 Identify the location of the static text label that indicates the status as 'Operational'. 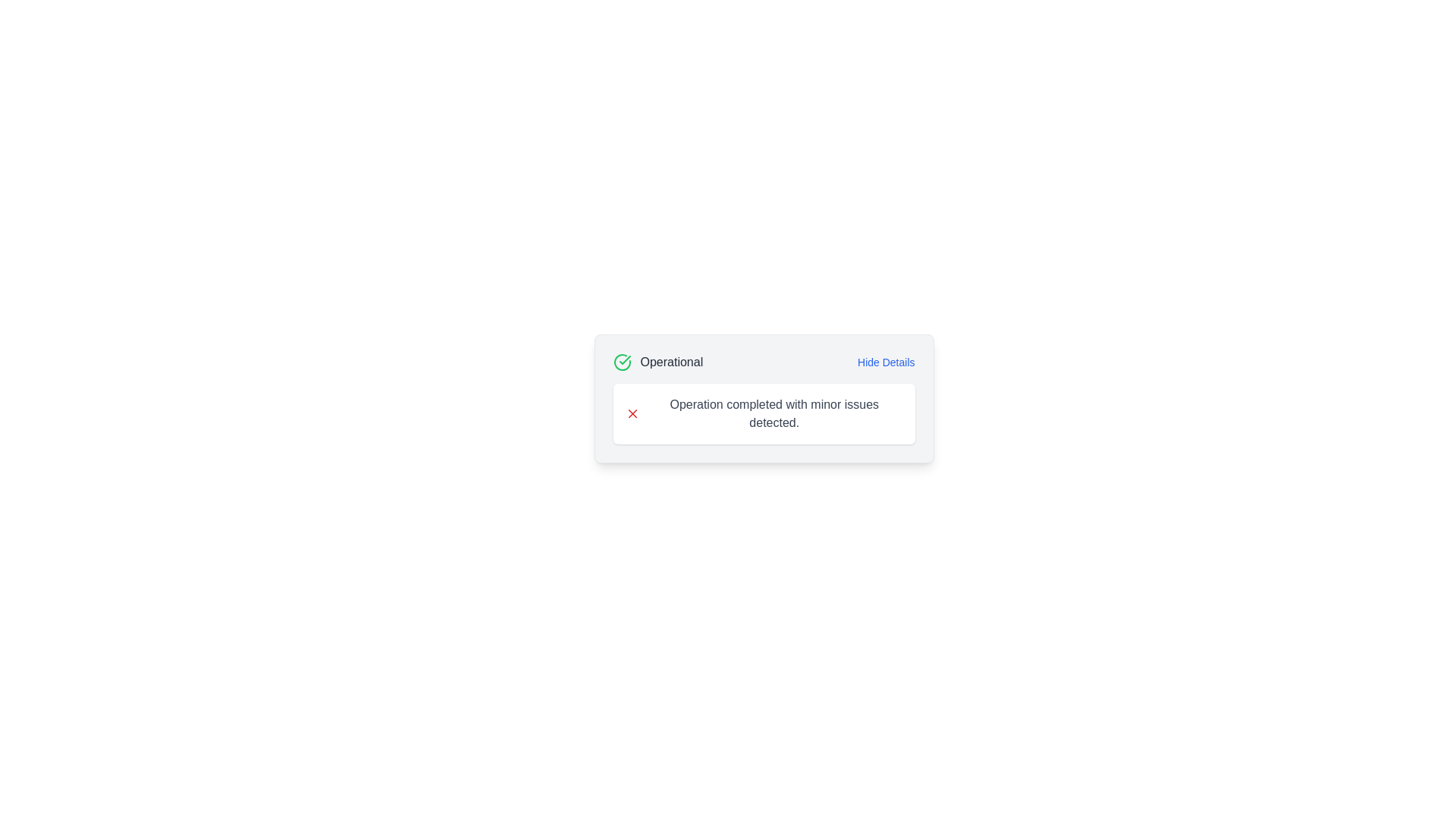
(670, 362).